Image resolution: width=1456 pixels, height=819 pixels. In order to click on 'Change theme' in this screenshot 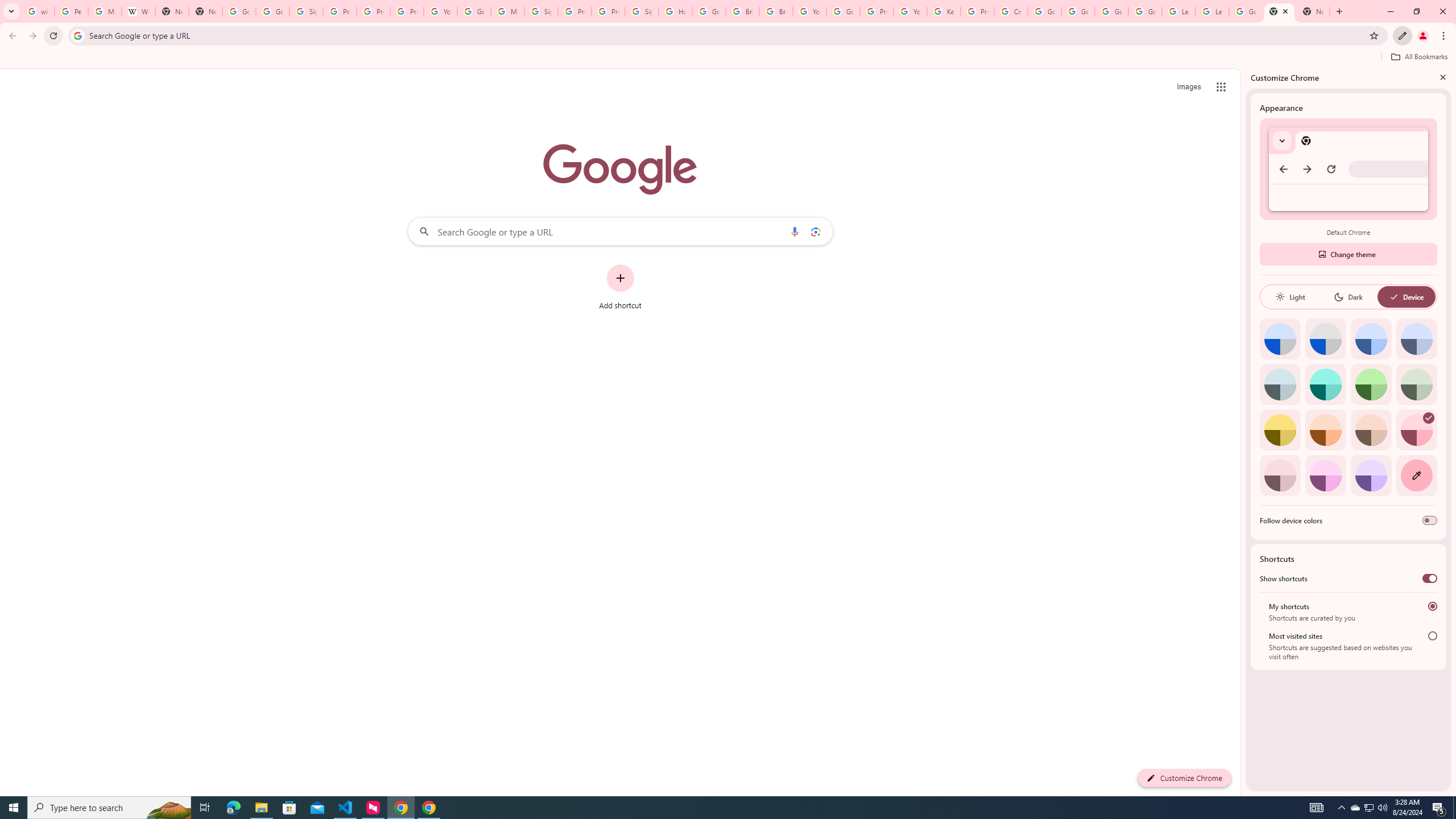, I will do `click(1347, 254)`.